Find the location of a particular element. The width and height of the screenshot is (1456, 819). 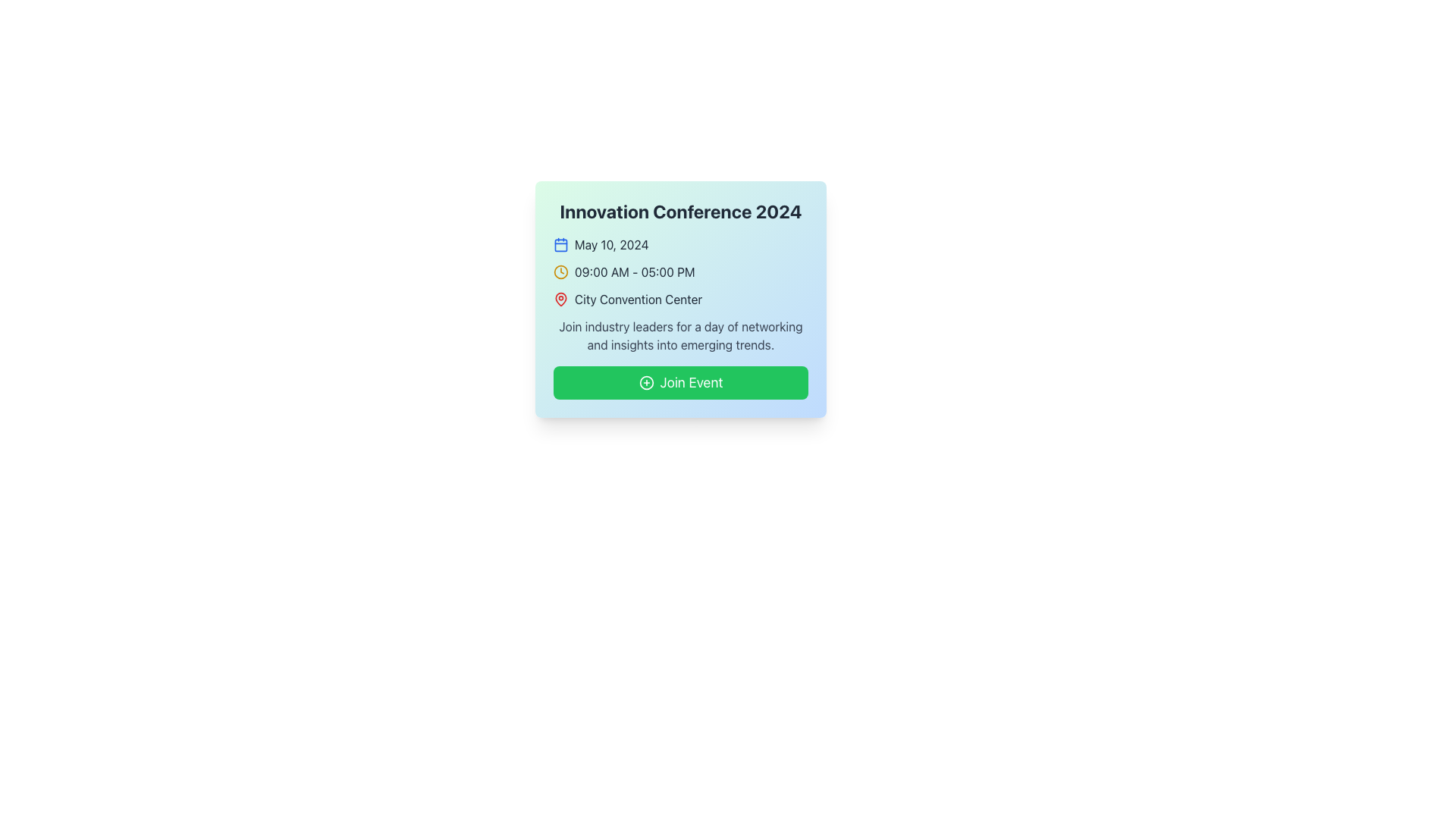

the 'What this Text with icon does' element which provides the schedule for the event, located second in the list below the event name, directly under the date and above the venue name is located at coordinates (679, 271).